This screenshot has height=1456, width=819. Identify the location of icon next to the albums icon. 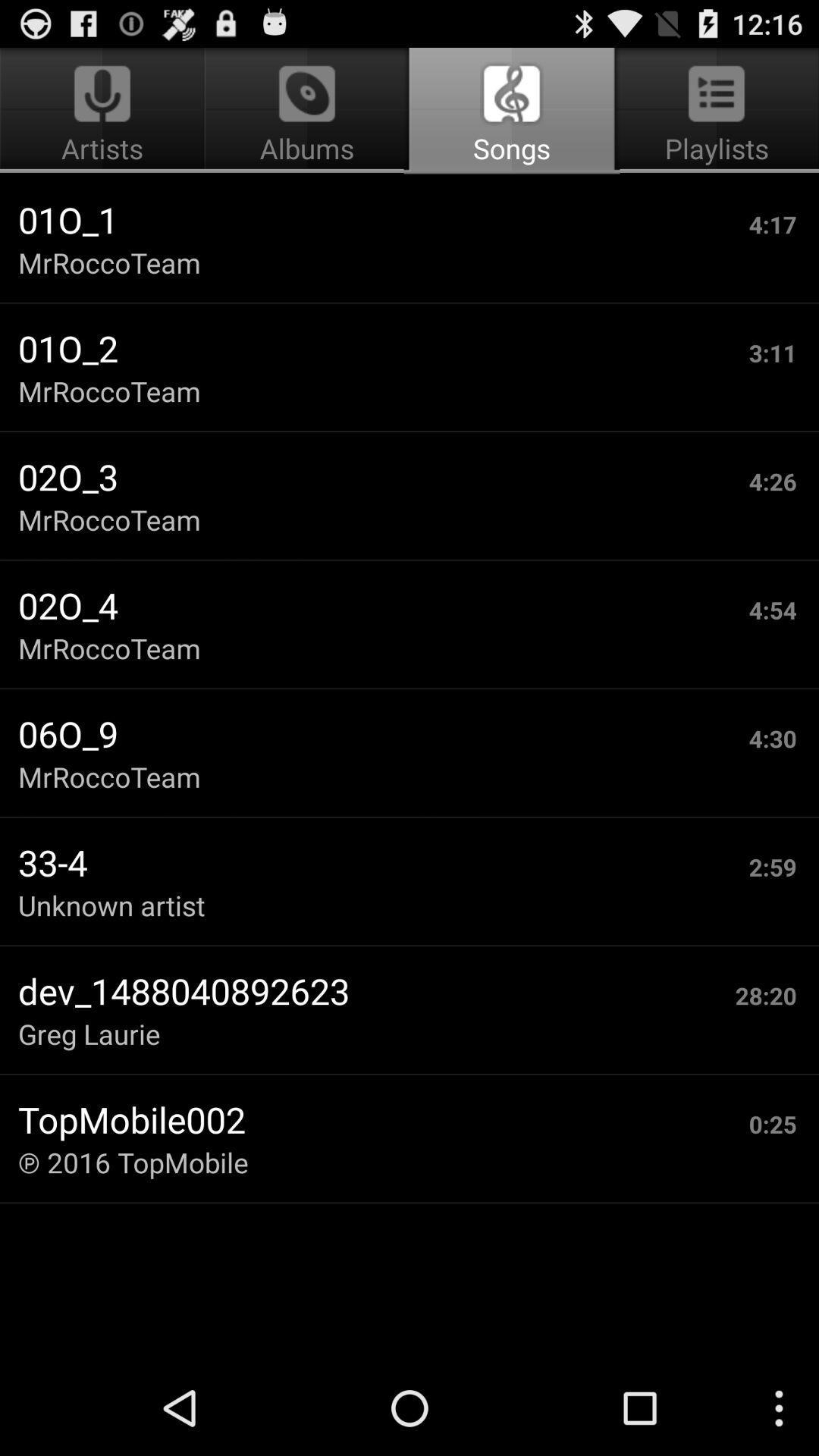
(714, 111).